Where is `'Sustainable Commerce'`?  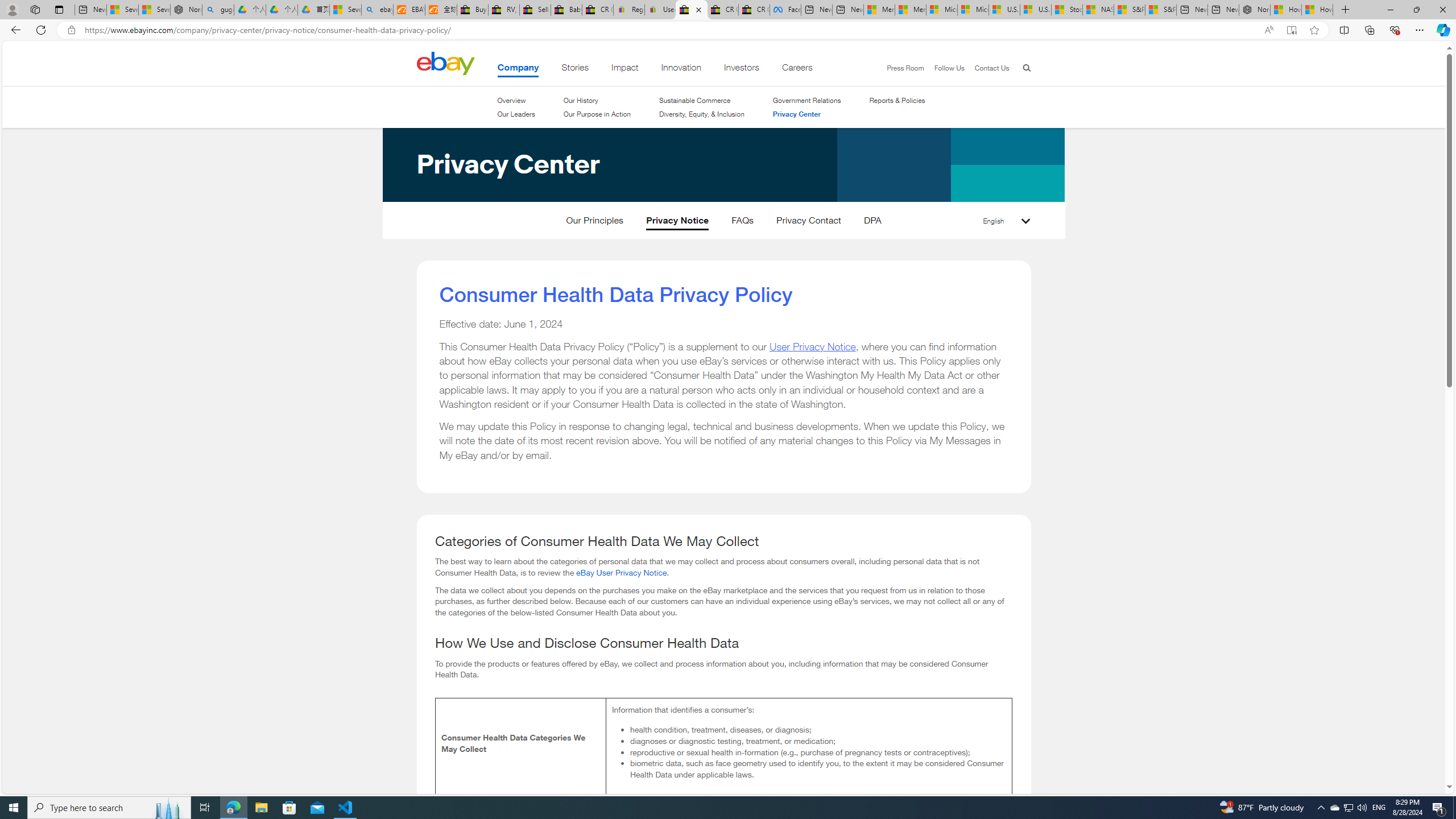 'Sustainable Commerce' is located at coordinates (695, 100).